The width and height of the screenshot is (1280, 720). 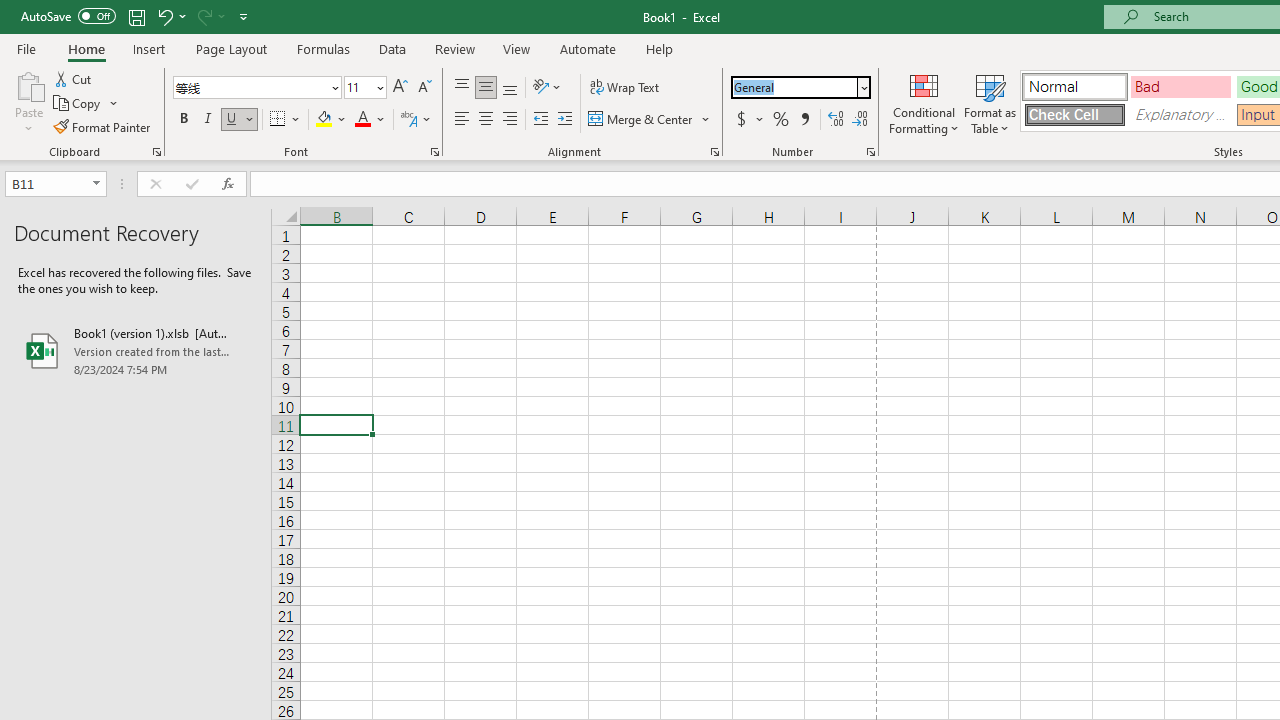 What do you see at coordinates (1073, 114) in the screenshot?
I see `'Check Cell'` at bounding box center [1073, 114].